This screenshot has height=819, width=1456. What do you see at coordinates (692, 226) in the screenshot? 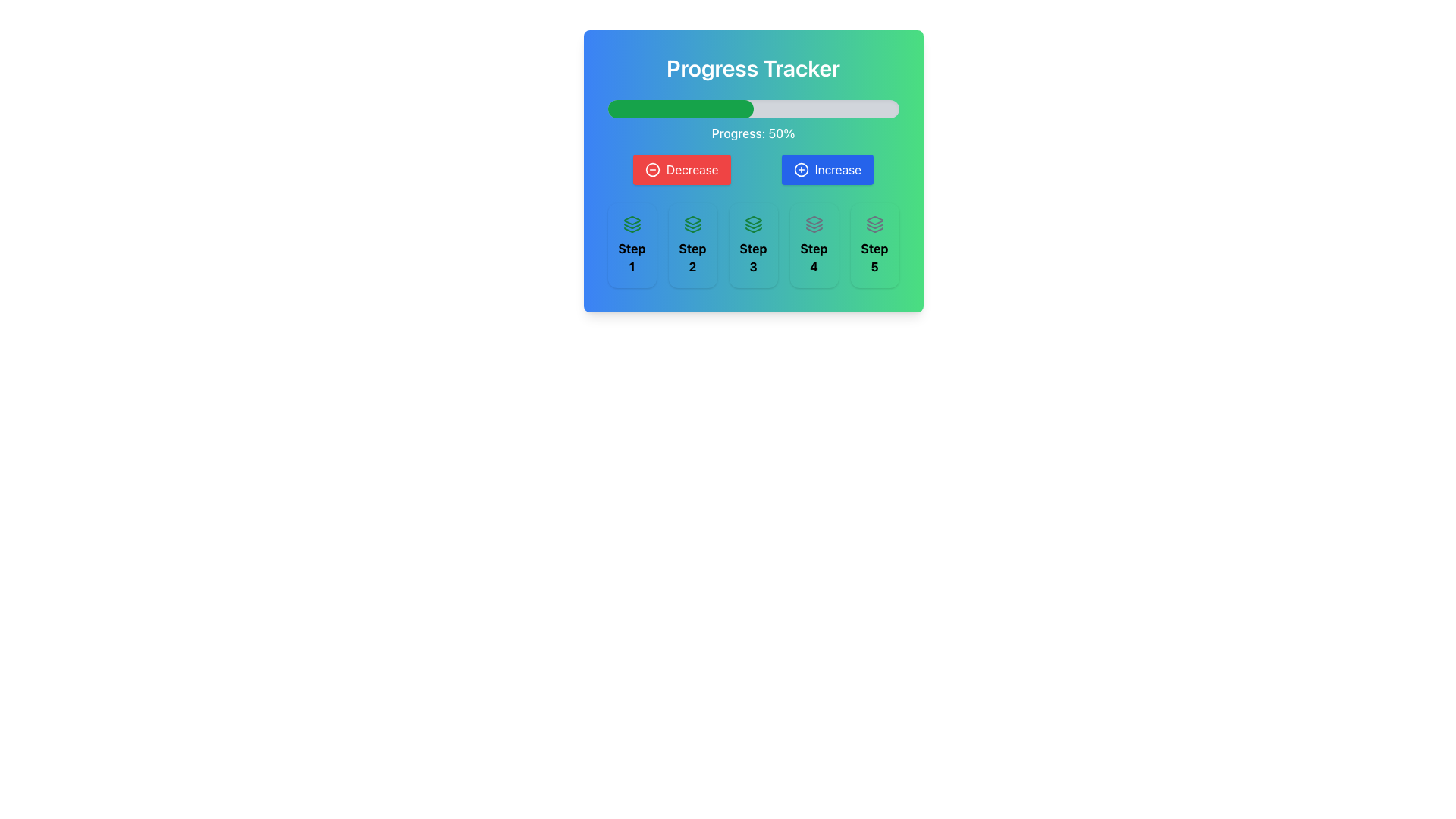
I see `the middle layer icon element in the stacked layers visualization located in the top middle section of the interface` at bounding box center [692, 226].